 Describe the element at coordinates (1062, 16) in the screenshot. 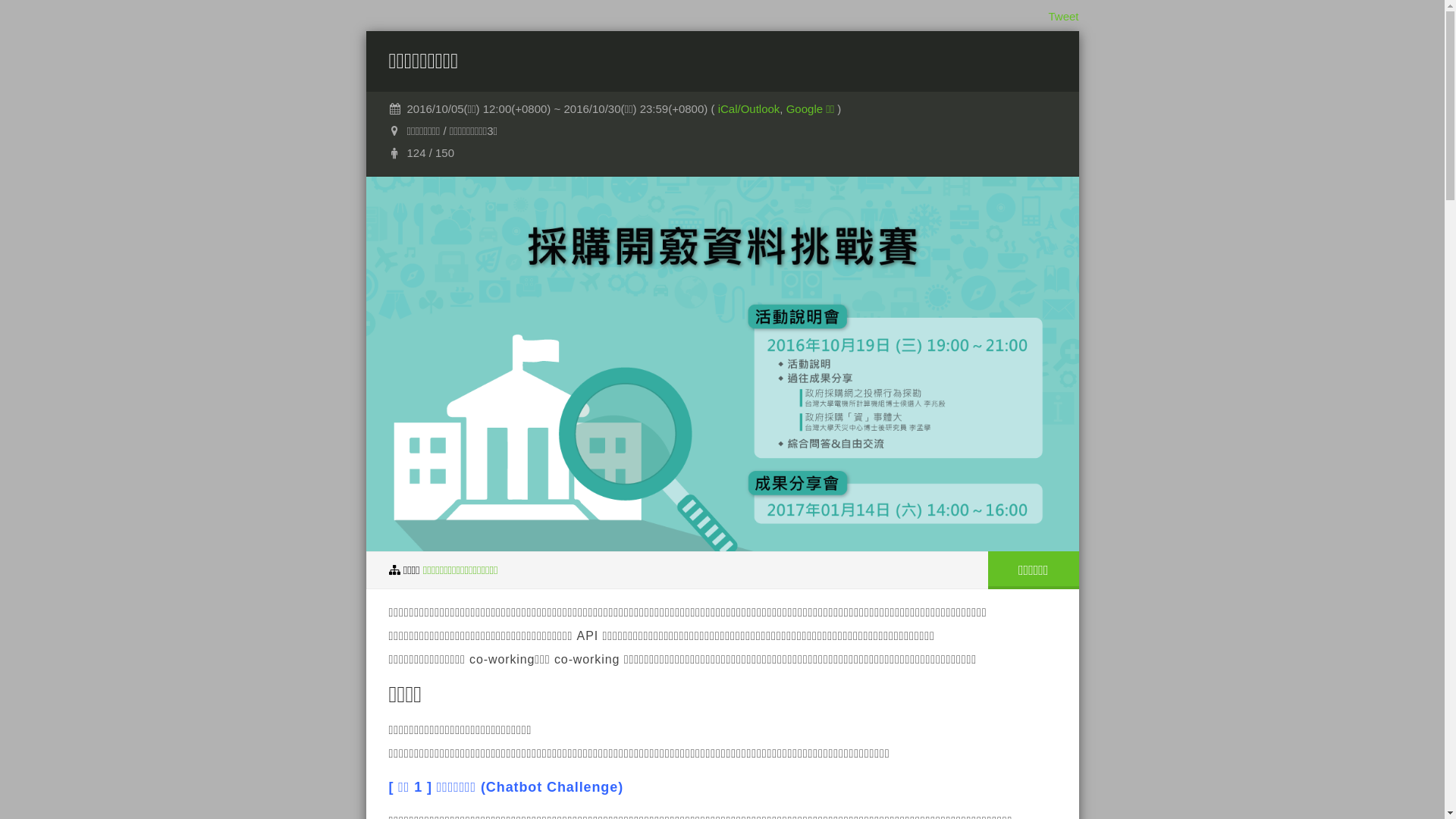

I see `'Tweet'` at that location.